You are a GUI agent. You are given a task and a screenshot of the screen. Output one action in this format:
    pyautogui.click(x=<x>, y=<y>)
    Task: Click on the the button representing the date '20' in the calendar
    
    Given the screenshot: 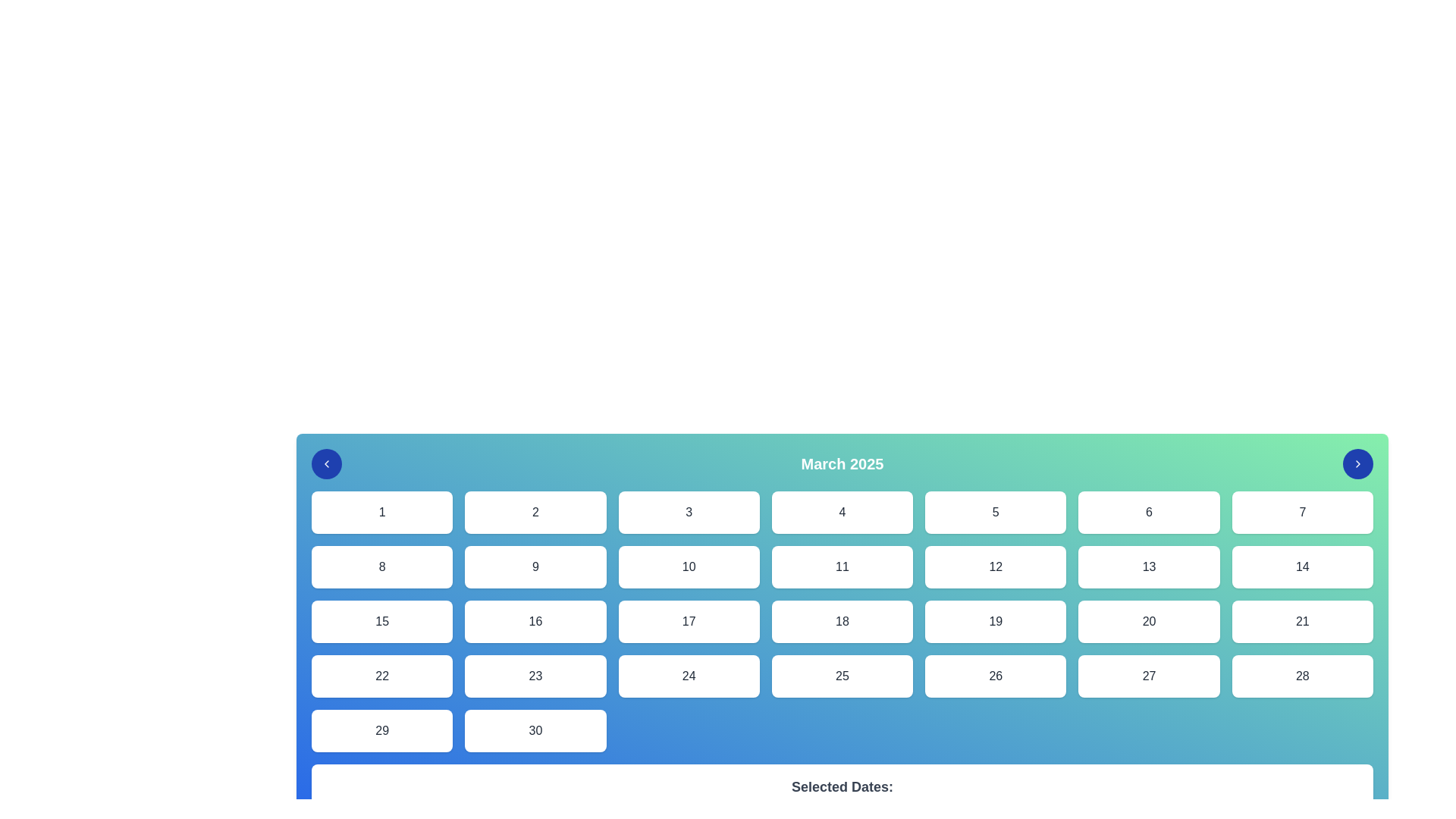 What is the action you would take?
    pyautogui.click(x=1149, y=622)
    